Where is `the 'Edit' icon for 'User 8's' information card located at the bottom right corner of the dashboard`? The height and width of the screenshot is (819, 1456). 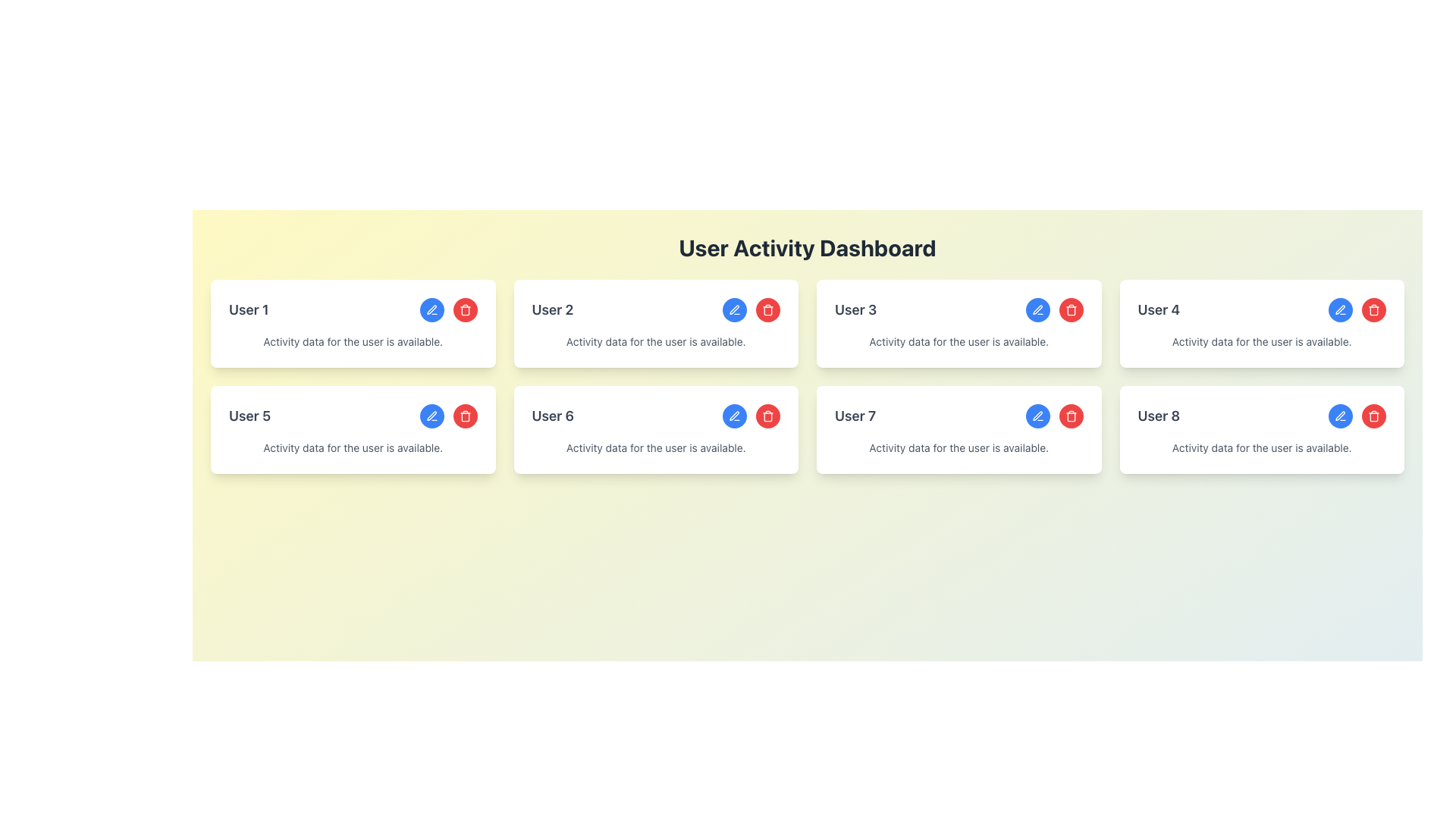
the 'Edit' icon for 'User 8's' information card located at the bottom right corner of the dashboard is located at coordinates (1340, 416).